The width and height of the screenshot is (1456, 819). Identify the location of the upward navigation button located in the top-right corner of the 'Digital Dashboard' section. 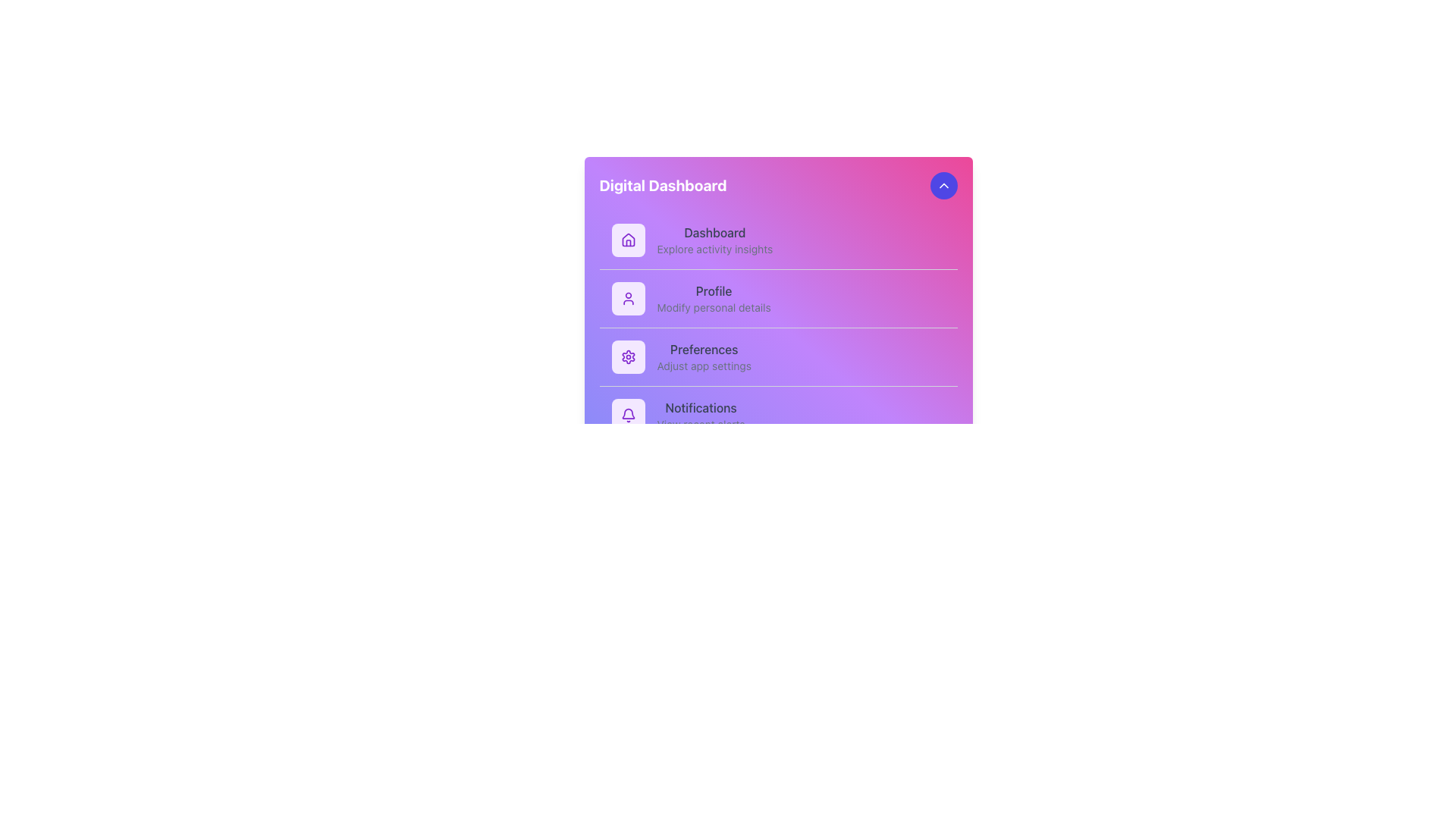
(943, 185).